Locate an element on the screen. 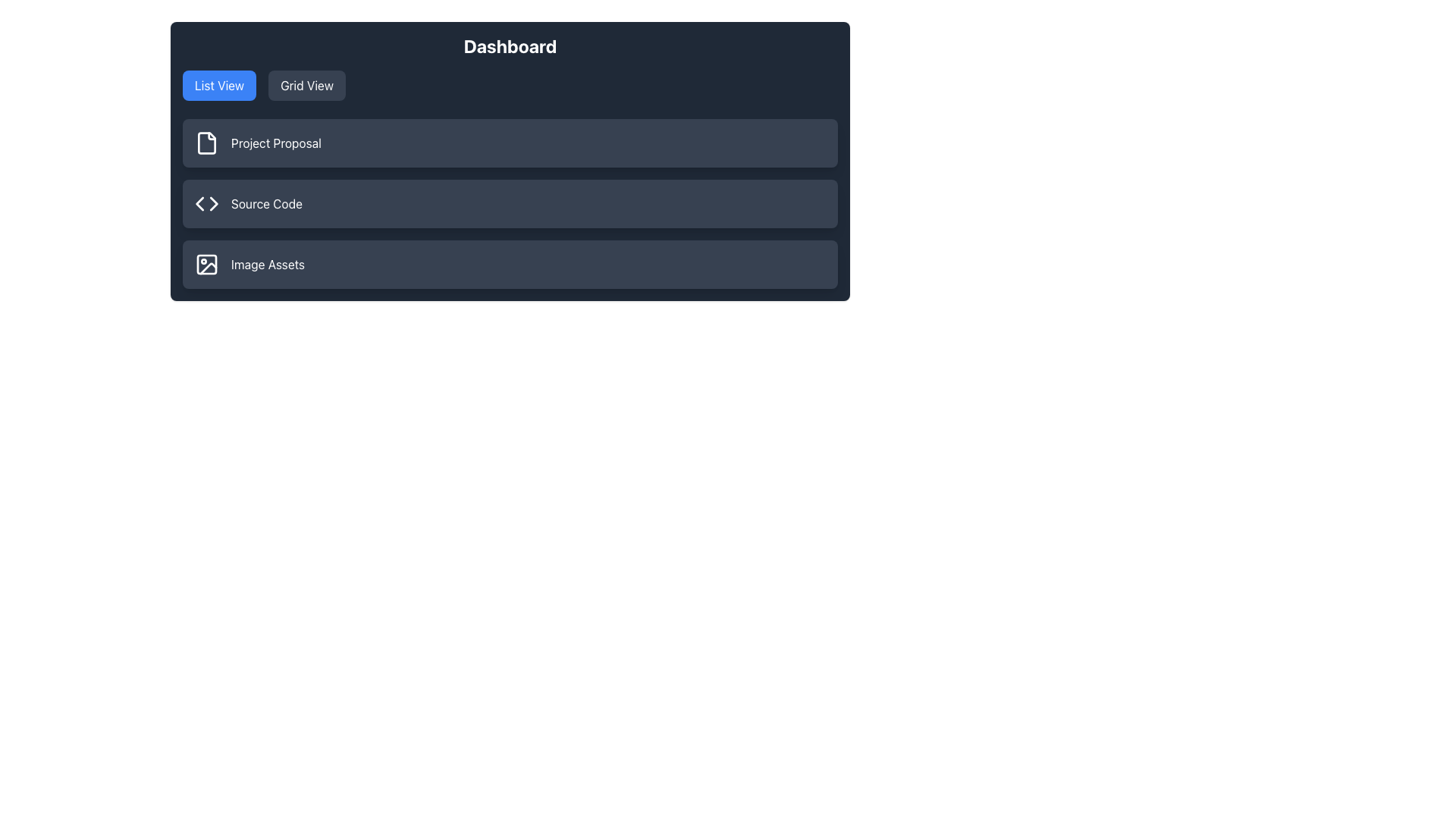 The width and height of the screenshot is (1456, 819). the label 'Image Assets' associated with the icon located in the leftmost position of the third list item in the dashboard interface is located at coordinates (206, 263).